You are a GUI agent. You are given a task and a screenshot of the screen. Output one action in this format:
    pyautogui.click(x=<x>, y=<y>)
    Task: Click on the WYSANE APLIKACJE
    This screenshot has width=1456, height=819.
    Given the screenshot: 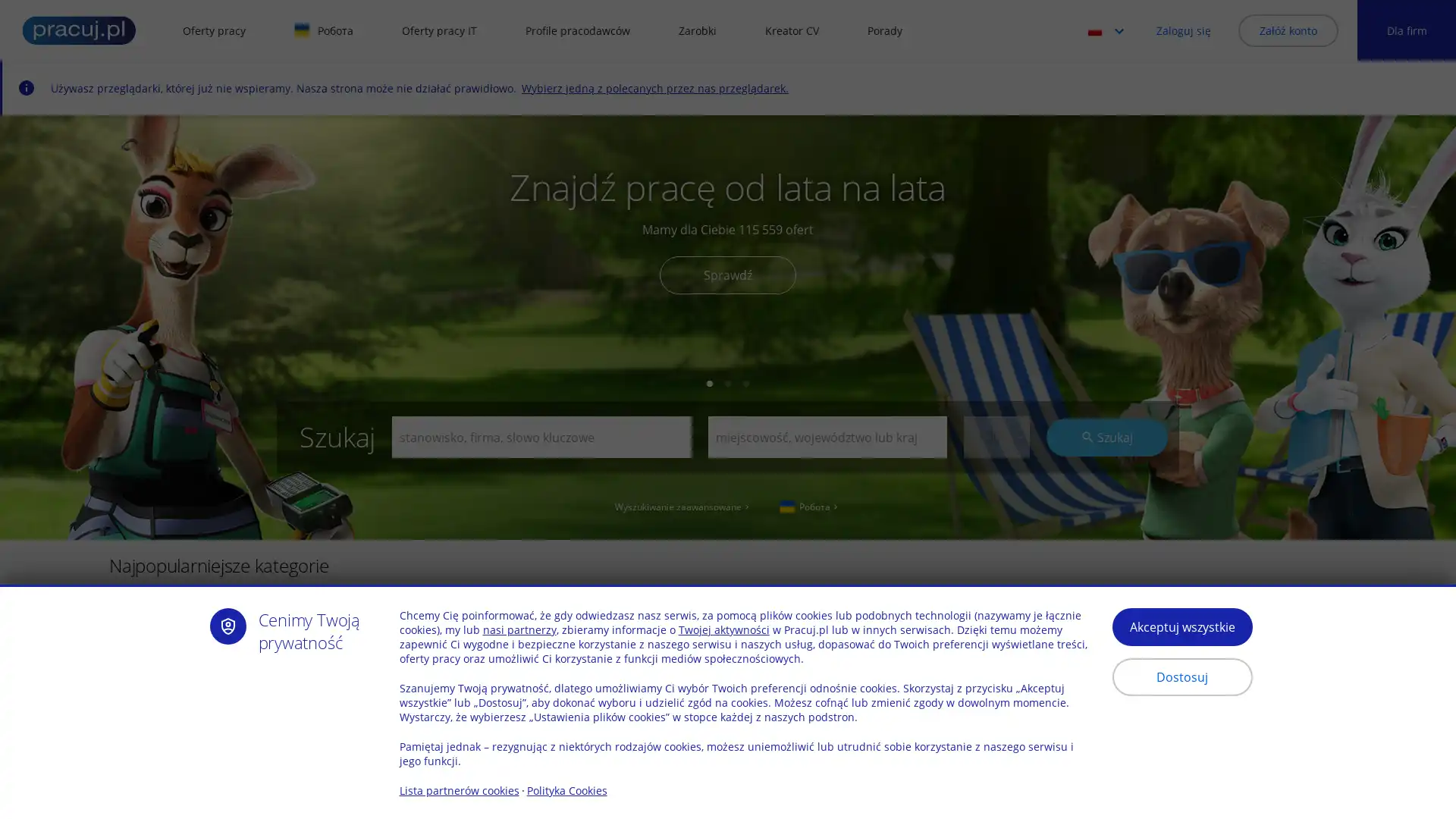 What is the action you would take?
    pyautogui.click(x=481, y=745)
    